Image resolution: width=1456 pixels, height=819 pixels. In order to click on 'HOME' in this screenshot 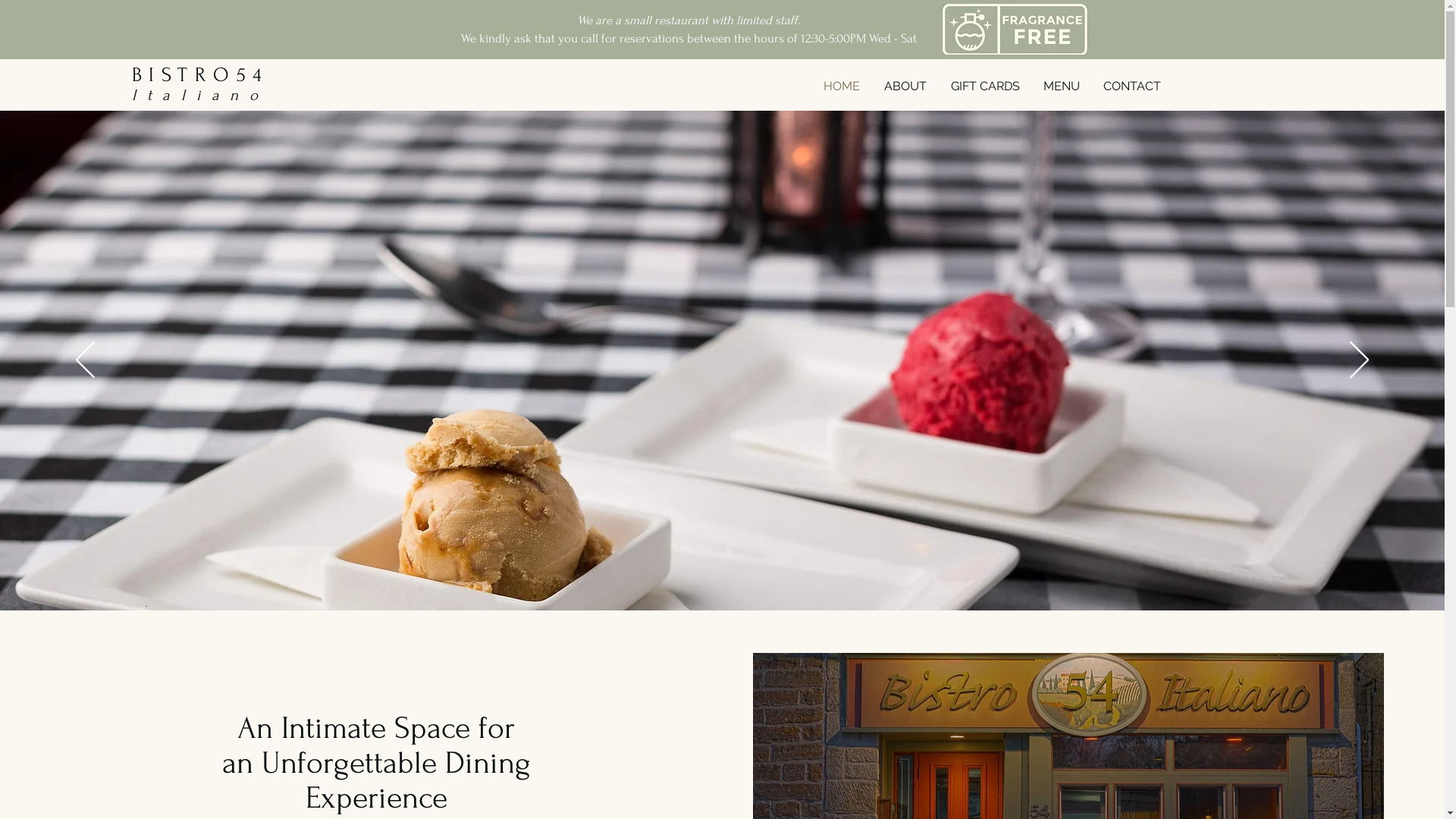, I will do `click(839, 86)`.